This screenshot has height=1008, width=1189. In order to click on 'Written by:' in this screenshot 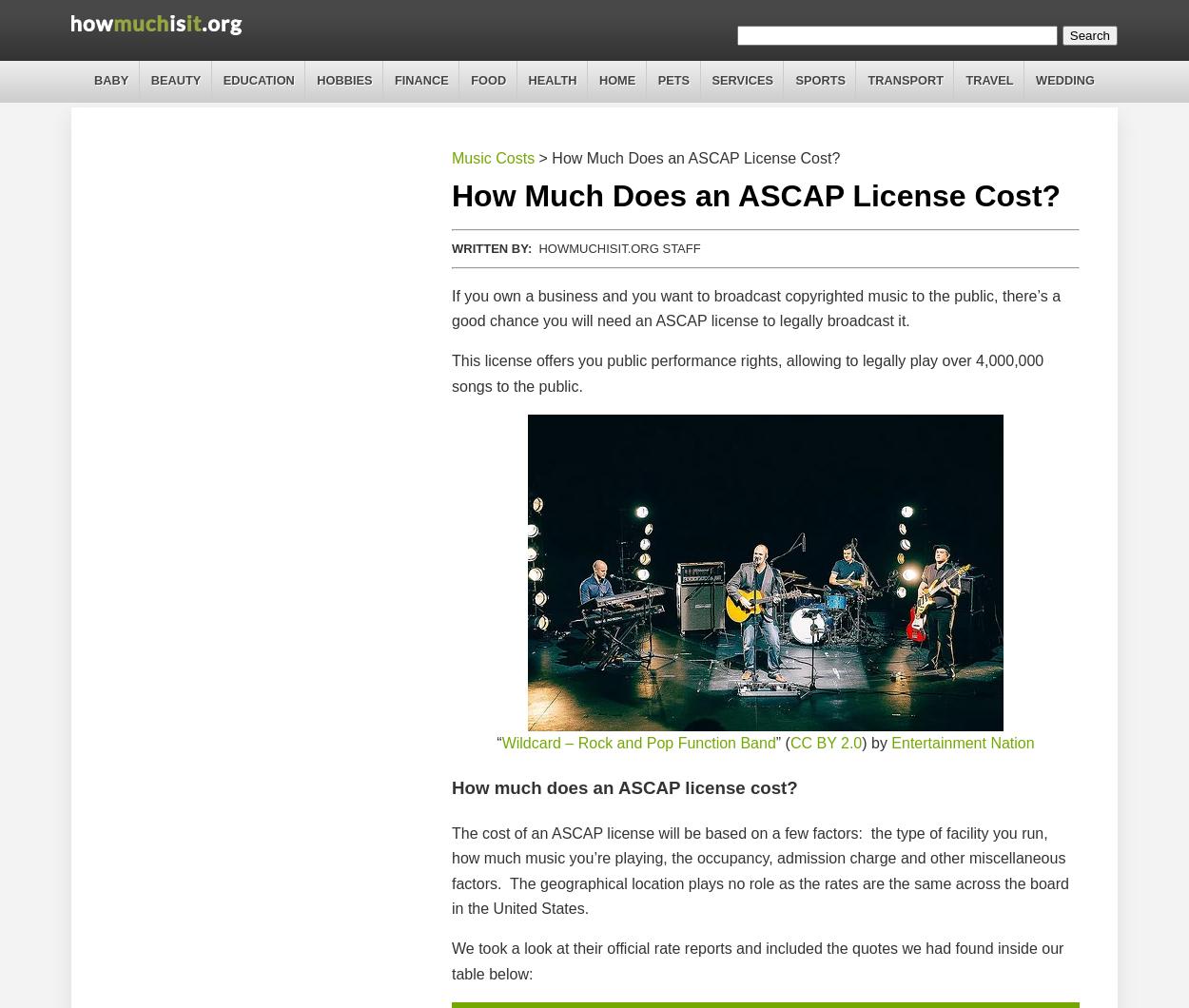, I will do `click(492, 247)`.